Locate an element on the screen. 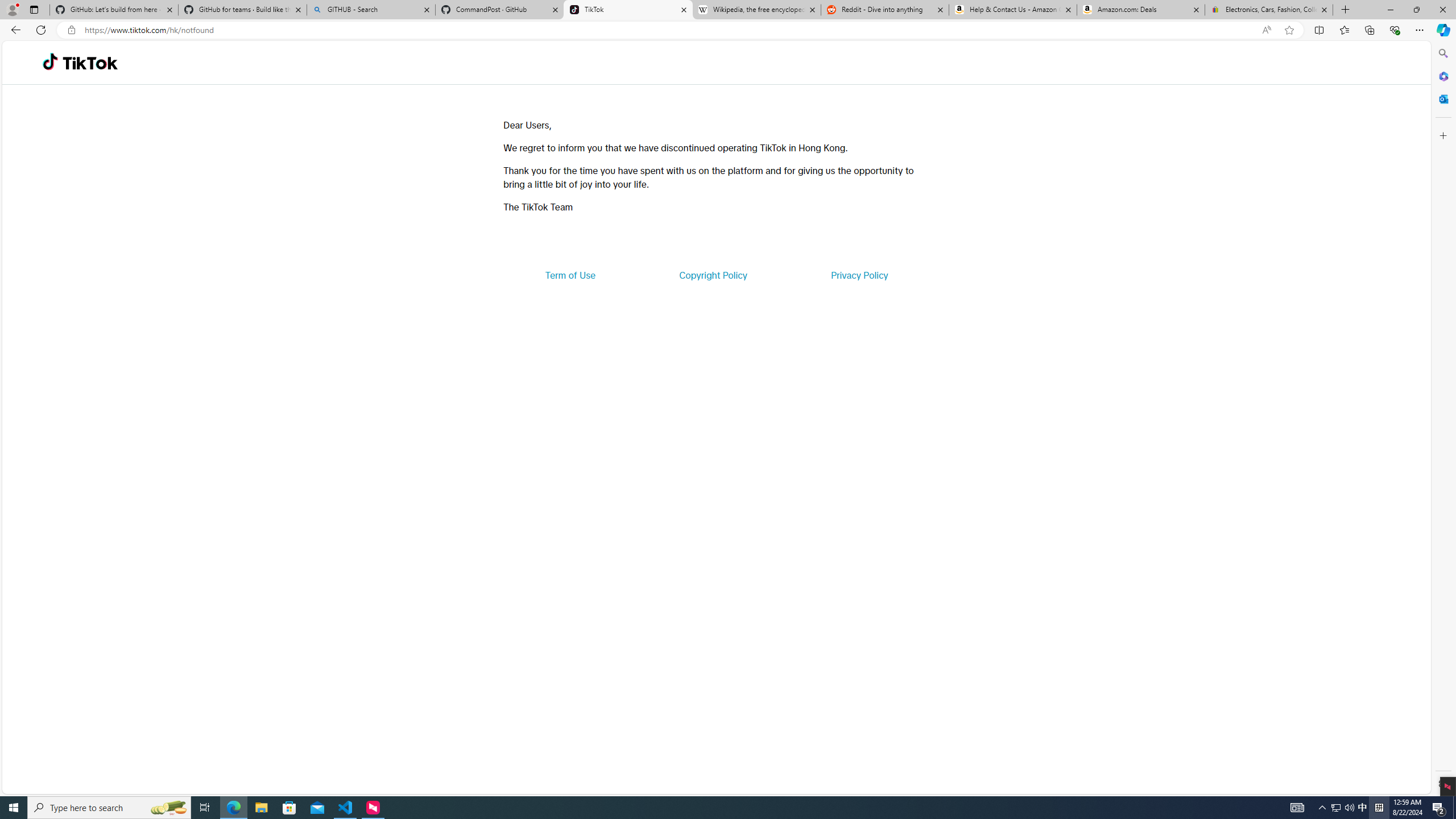 The width and height of the screenshot is (1456, 819). 'GITHUB - Search' is located at coordinates (370, 9).